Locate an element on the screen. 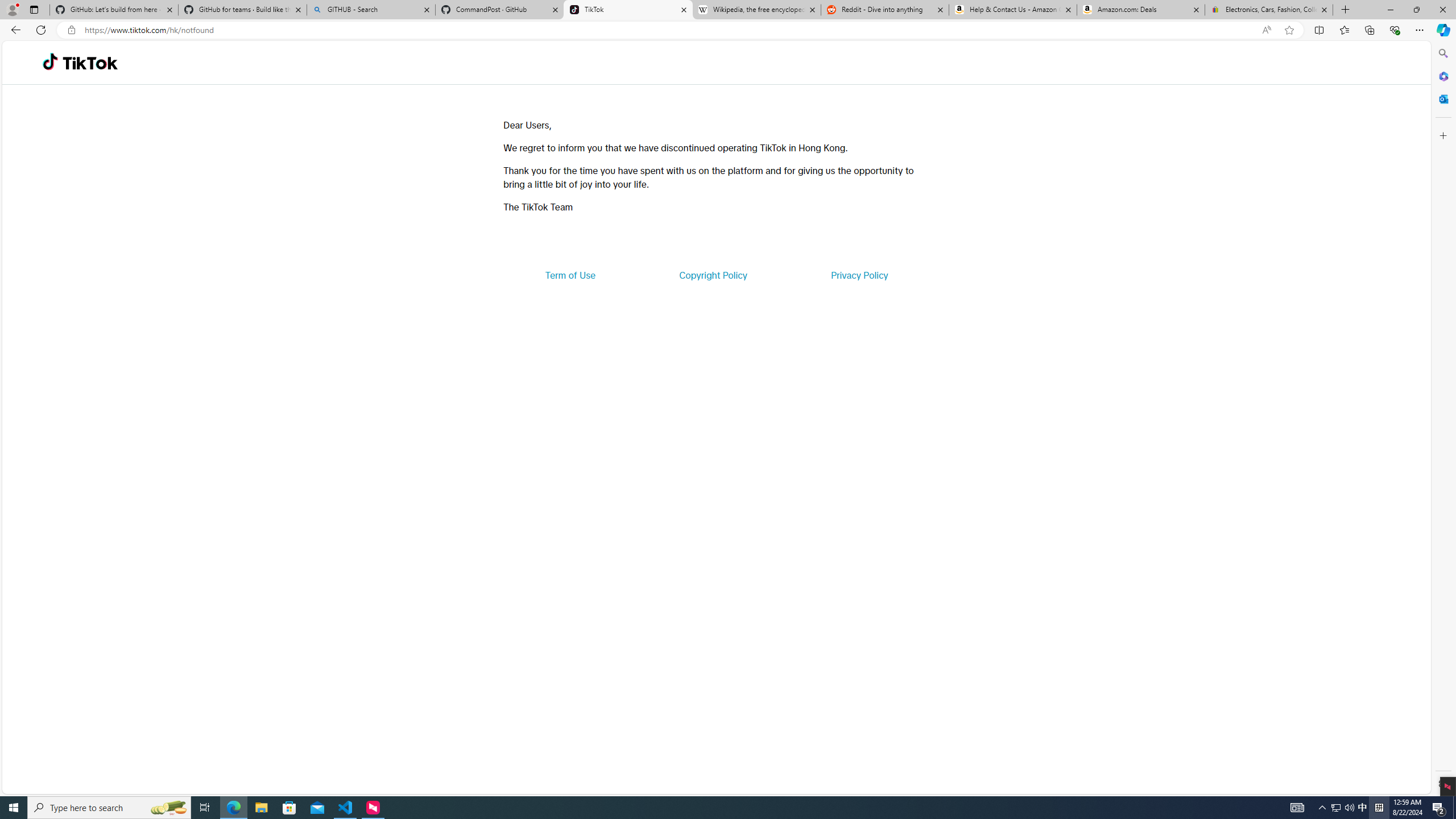 The width and height of the screenshot is (1456, 819). 'GITHUB - Search' is located at coordinates (370, 9).